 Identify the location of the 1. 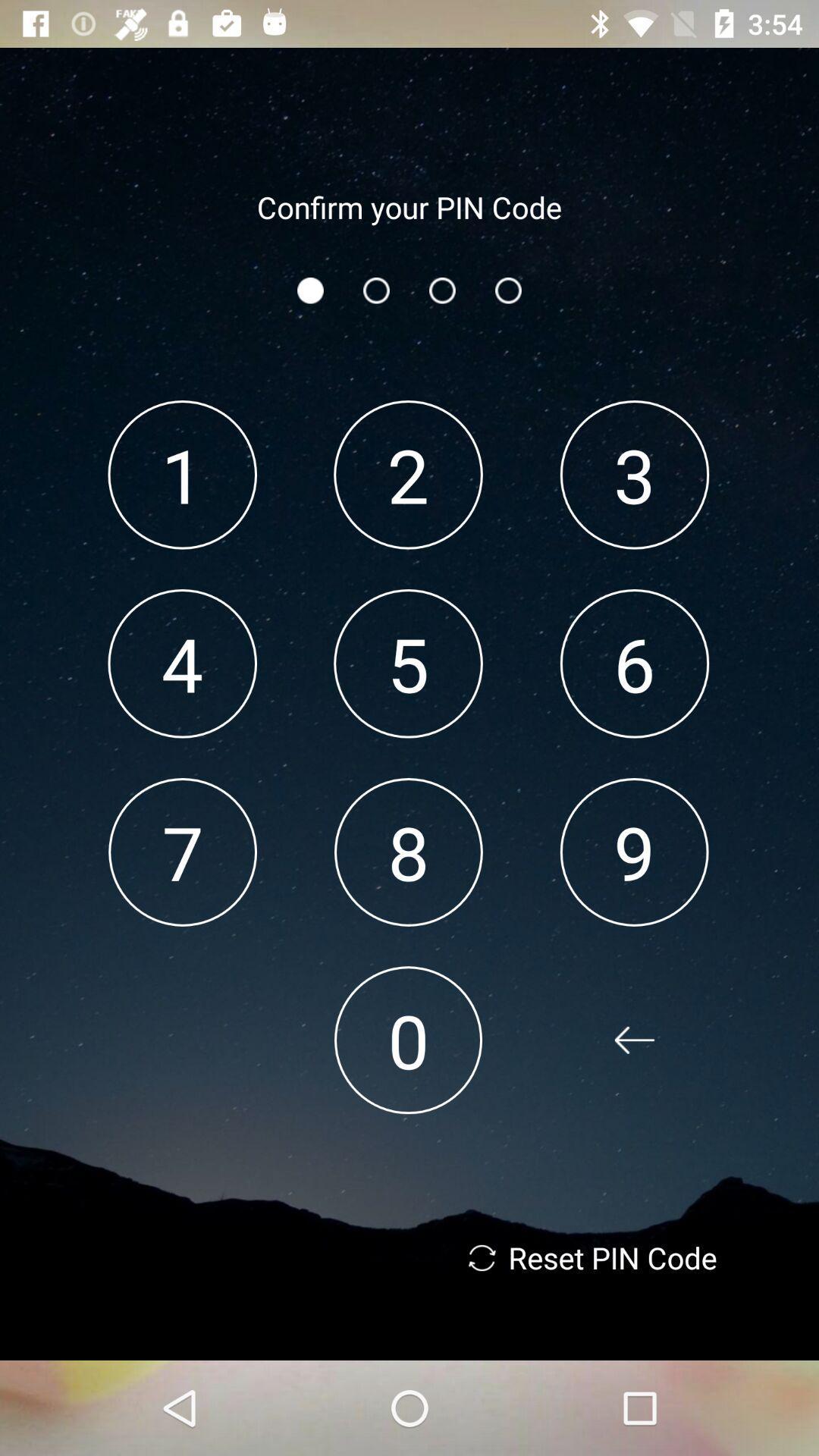
(181, 474).